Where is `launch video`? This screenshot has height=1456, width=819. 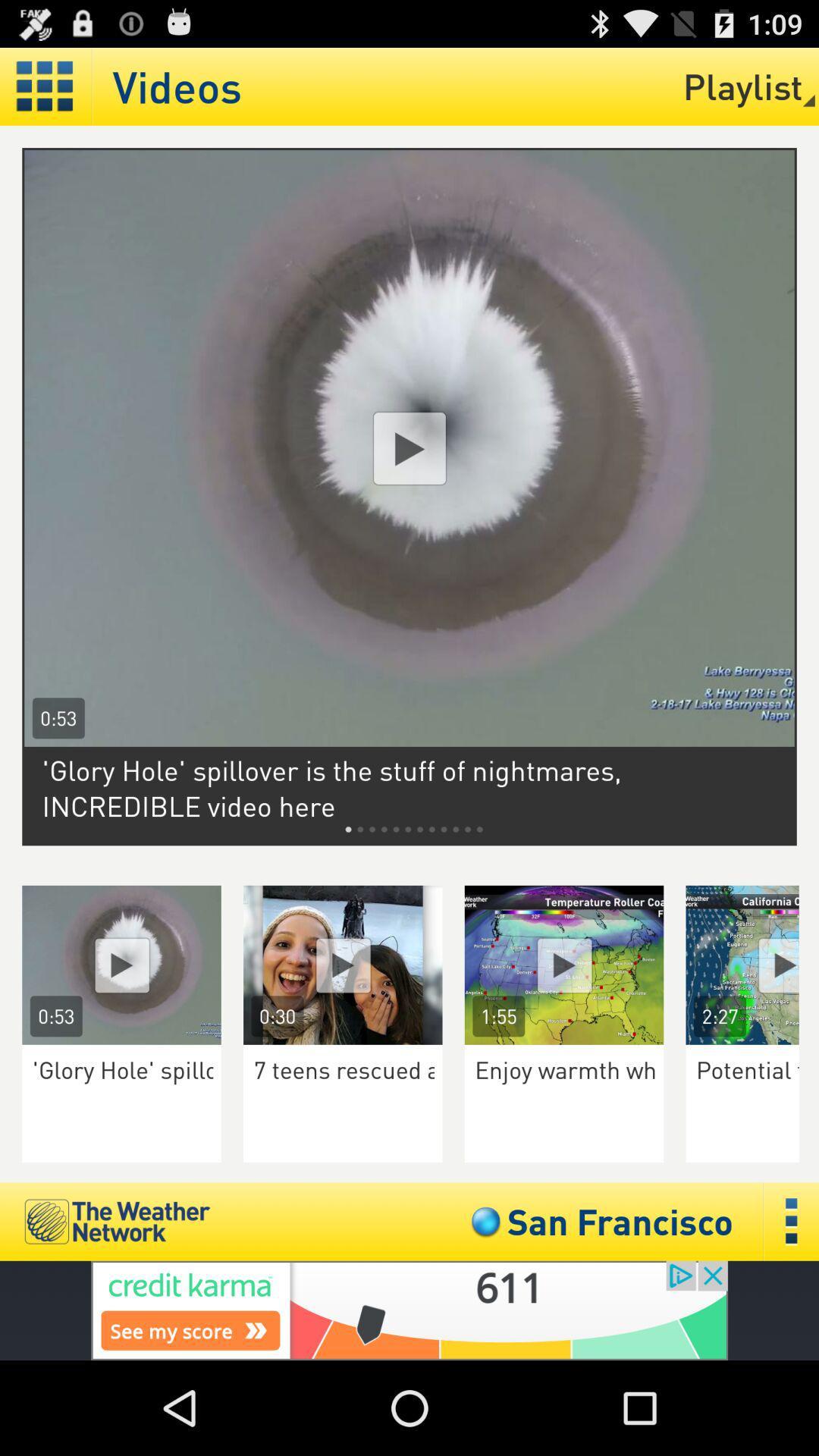 launch video is located at coordinates (752, 964).